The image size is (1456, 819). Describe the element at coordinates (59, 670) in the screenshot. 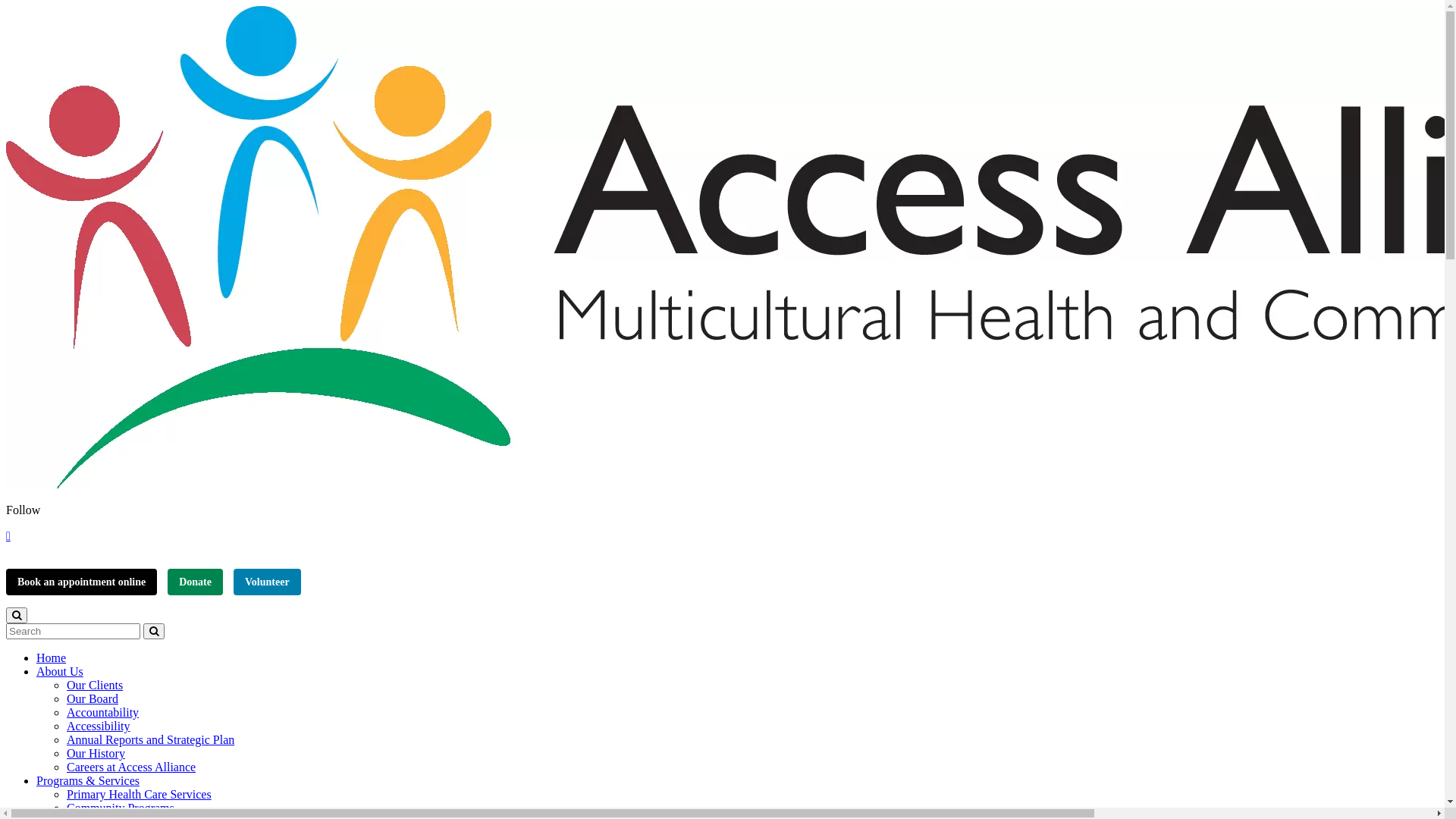

I see `'About Us'` at that location.